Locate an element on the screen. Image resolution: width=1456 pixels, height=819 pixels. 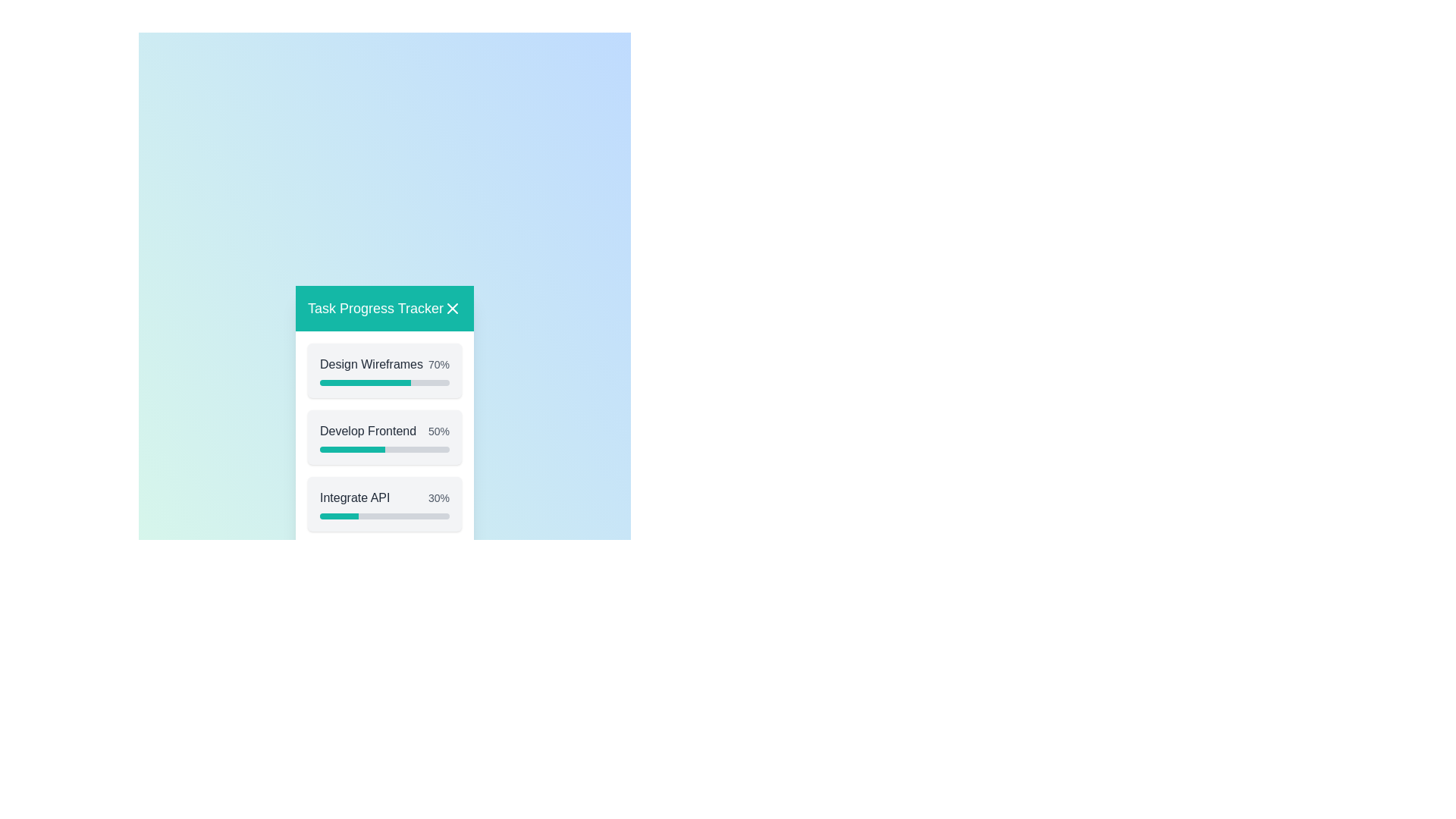
the progress bar of the task 'Develop Frontend' is located at coordinates (384, 448).